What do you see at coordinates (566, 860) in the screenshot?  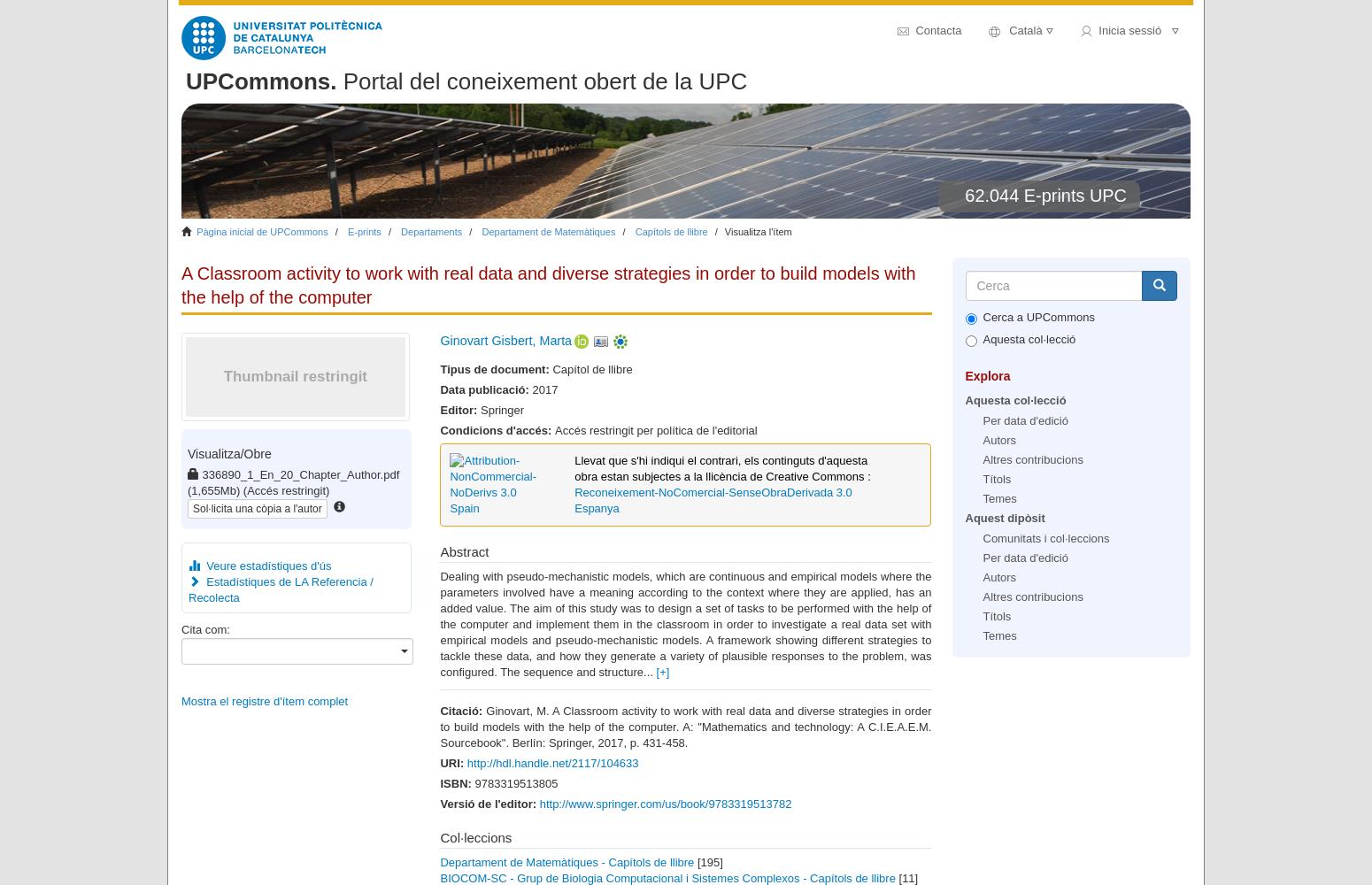 I see `'Departament de Matemàtiques -
		        Capítols de llibre'` at bounding box center [566, 860].